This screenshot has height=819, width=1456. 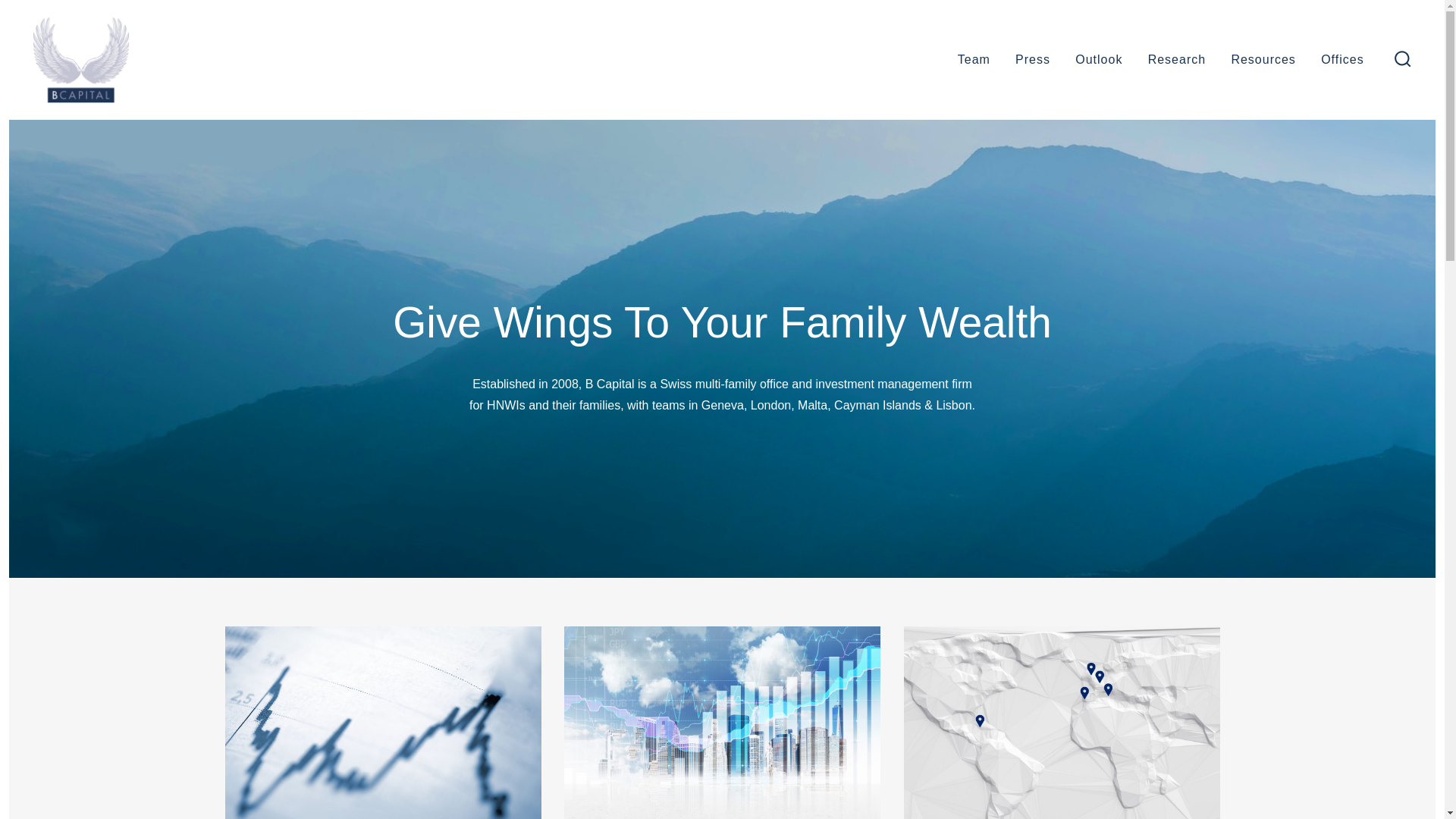 I want to click on 'Press', so click(x=1032, y=59).